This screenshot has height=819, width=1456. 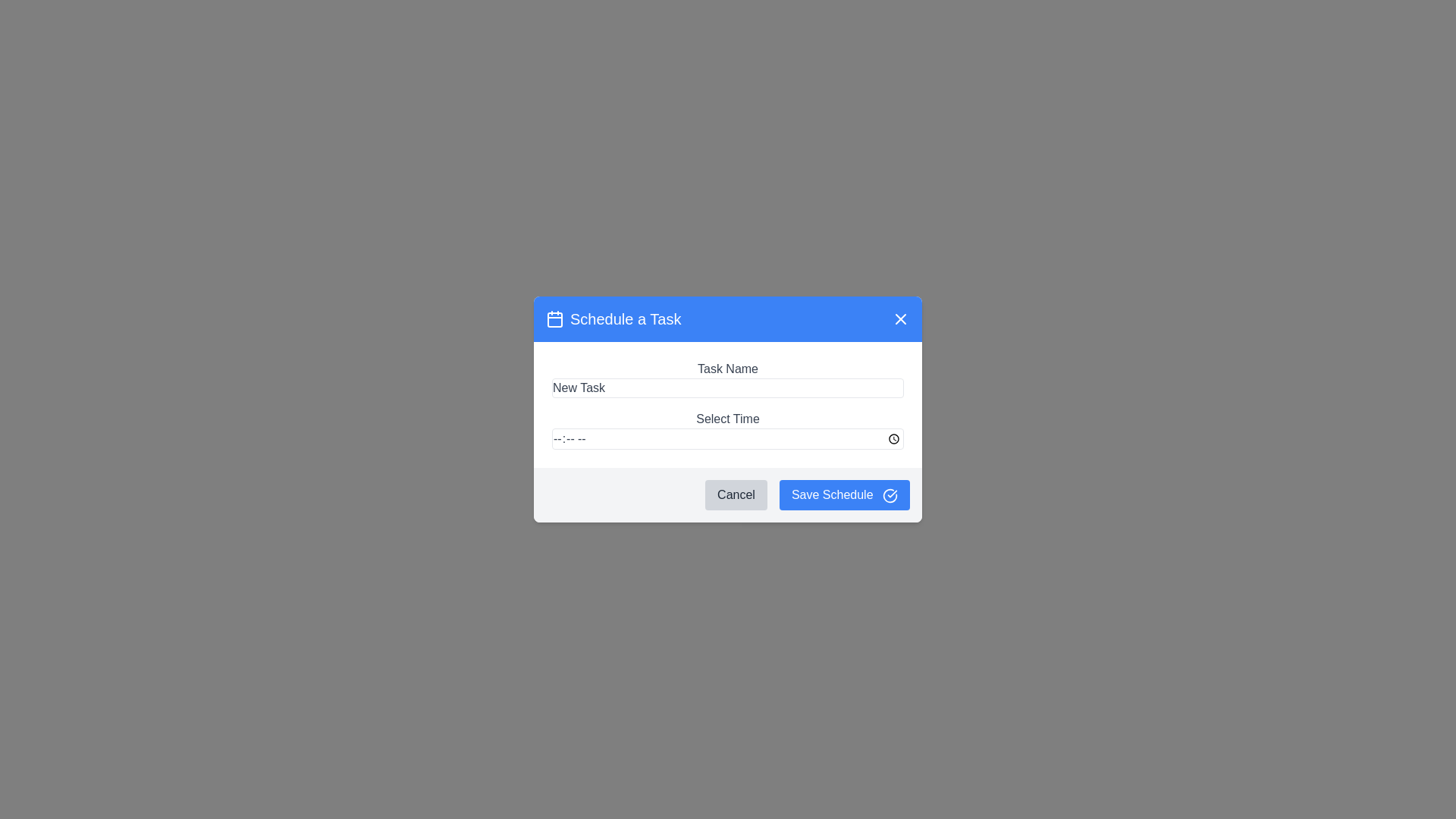 What do you see at coordinates (736, 494) in the screenshot?
I see `the Cancel button to close the dialog` at bounding box center [736, 494].